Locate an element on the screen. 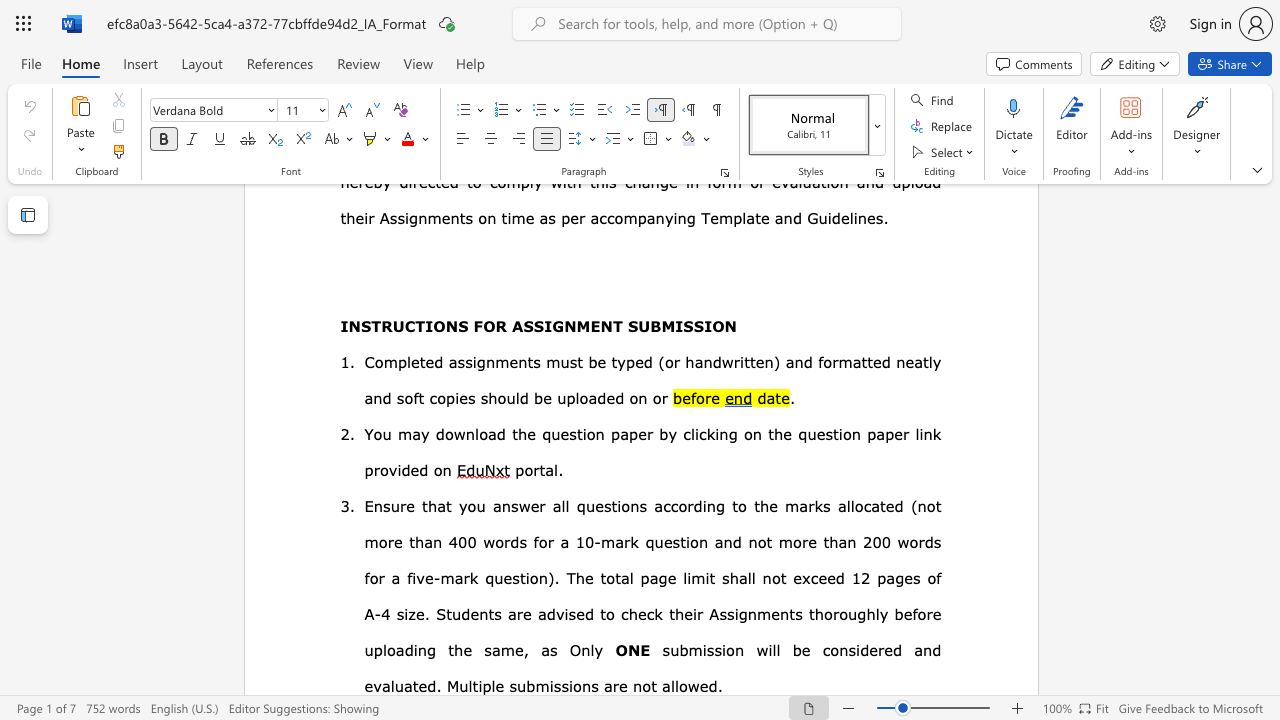 This screenshot has height=720, width=1280. the subset text "uated." within the text "will be considered and evaluated." is located at coordinates (394, 685).